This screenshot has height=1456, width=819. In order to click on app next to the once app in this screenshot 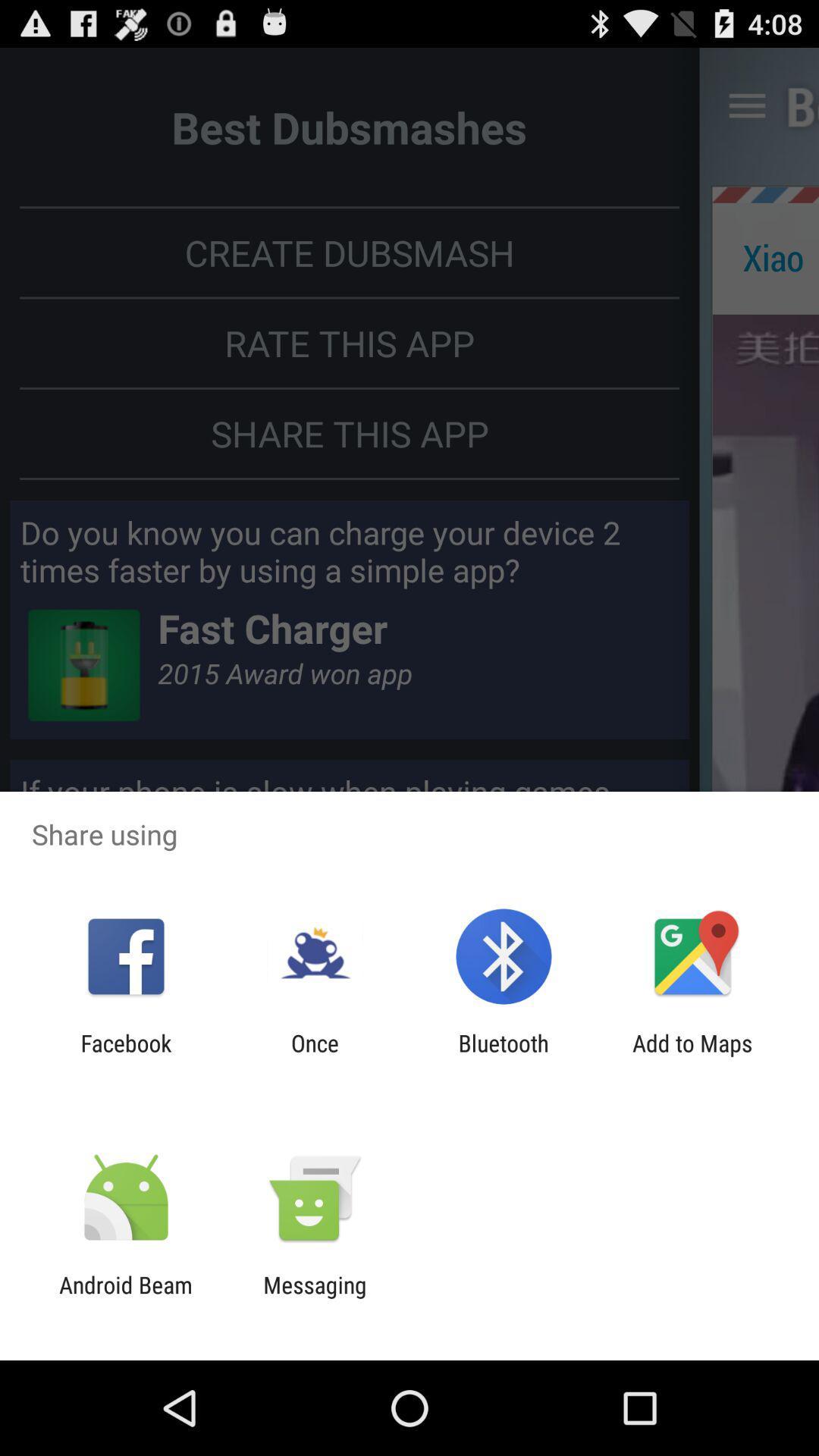, I will do `click(504, 1056)`.